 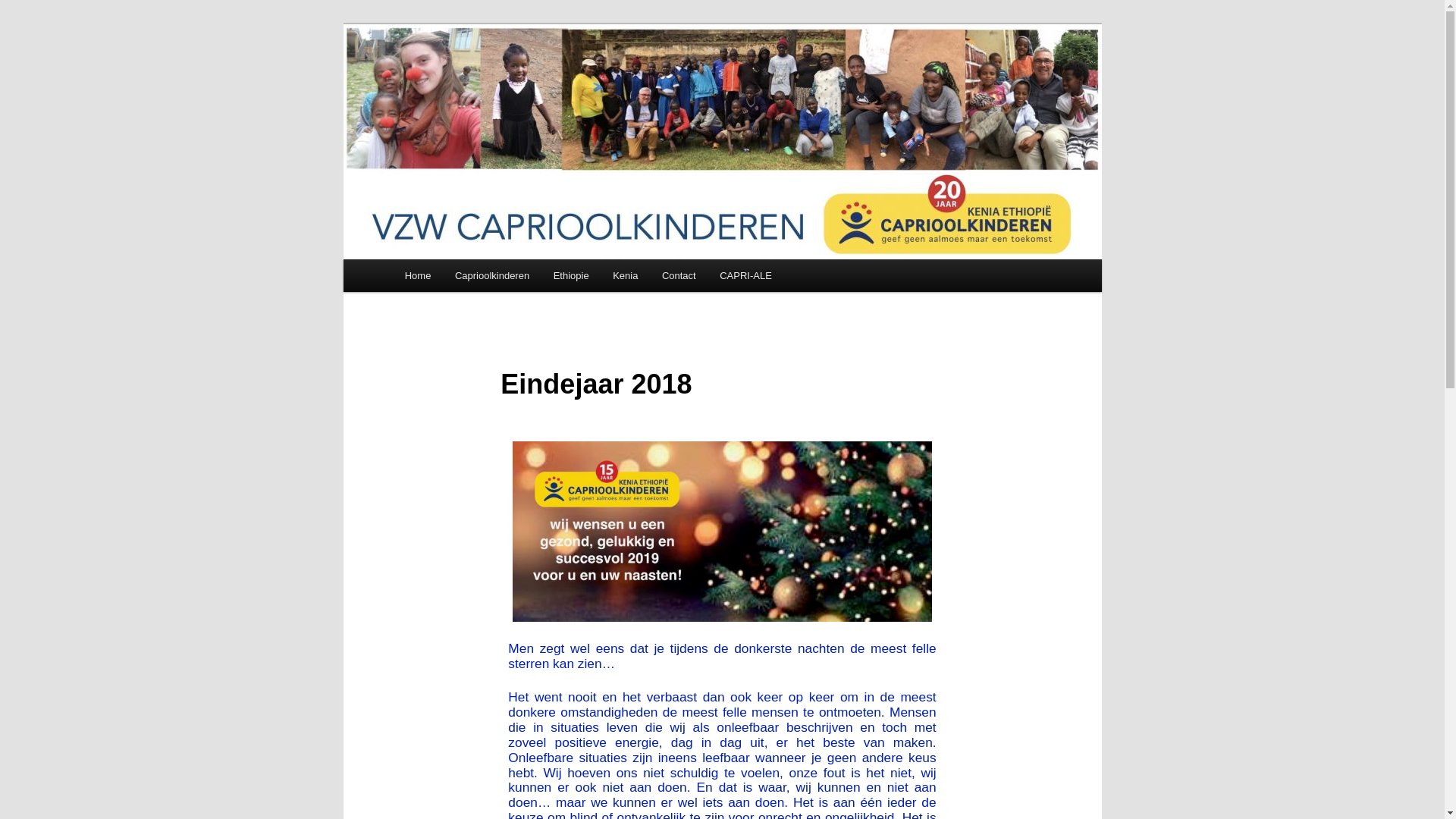 I want to click on 'Spring naar de primaire inhoud', so click(x=23, y=23).